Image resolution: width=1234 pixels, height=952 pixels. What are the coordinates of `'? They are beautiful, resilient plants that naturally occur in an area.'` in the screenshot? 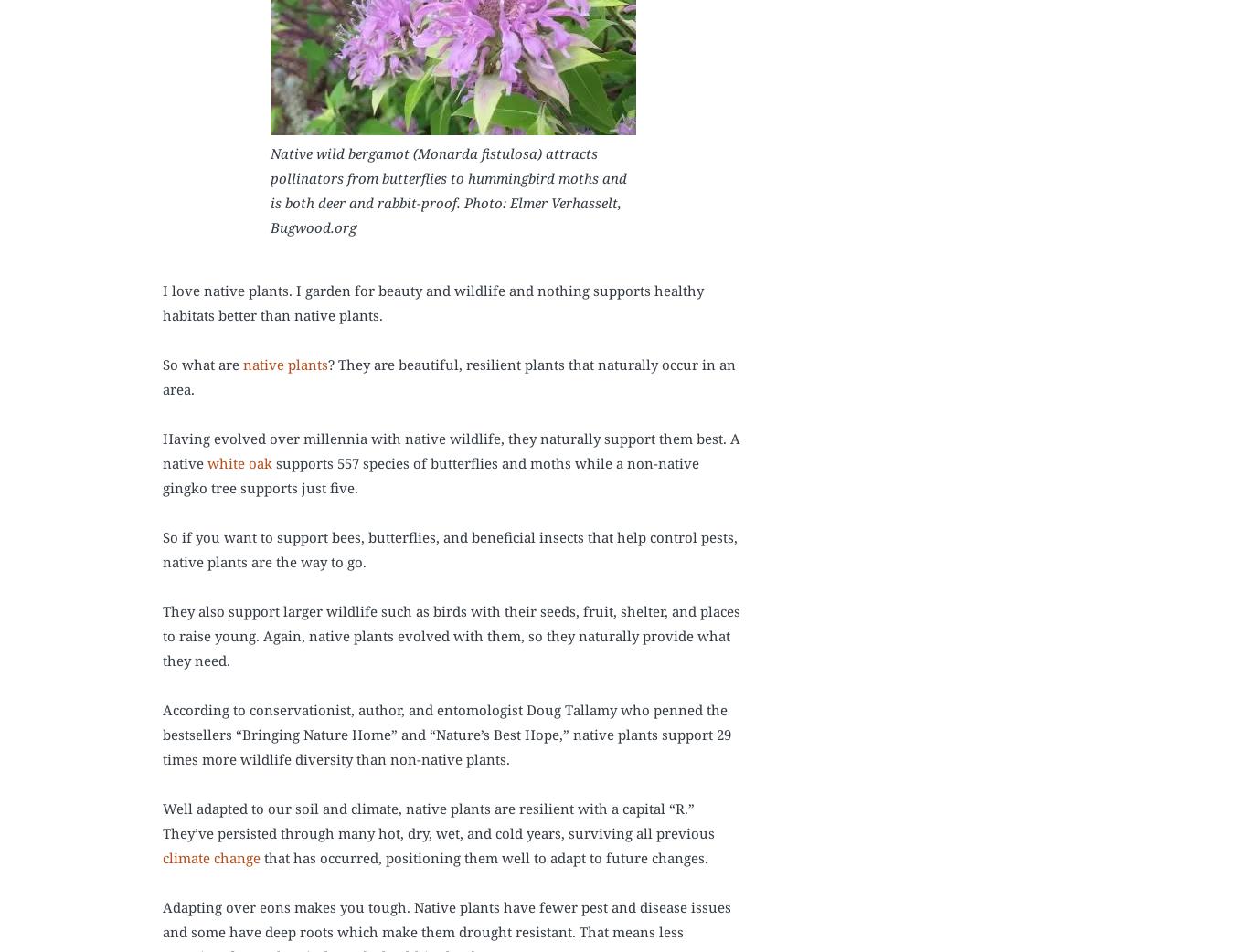 It's located at (163, 376).